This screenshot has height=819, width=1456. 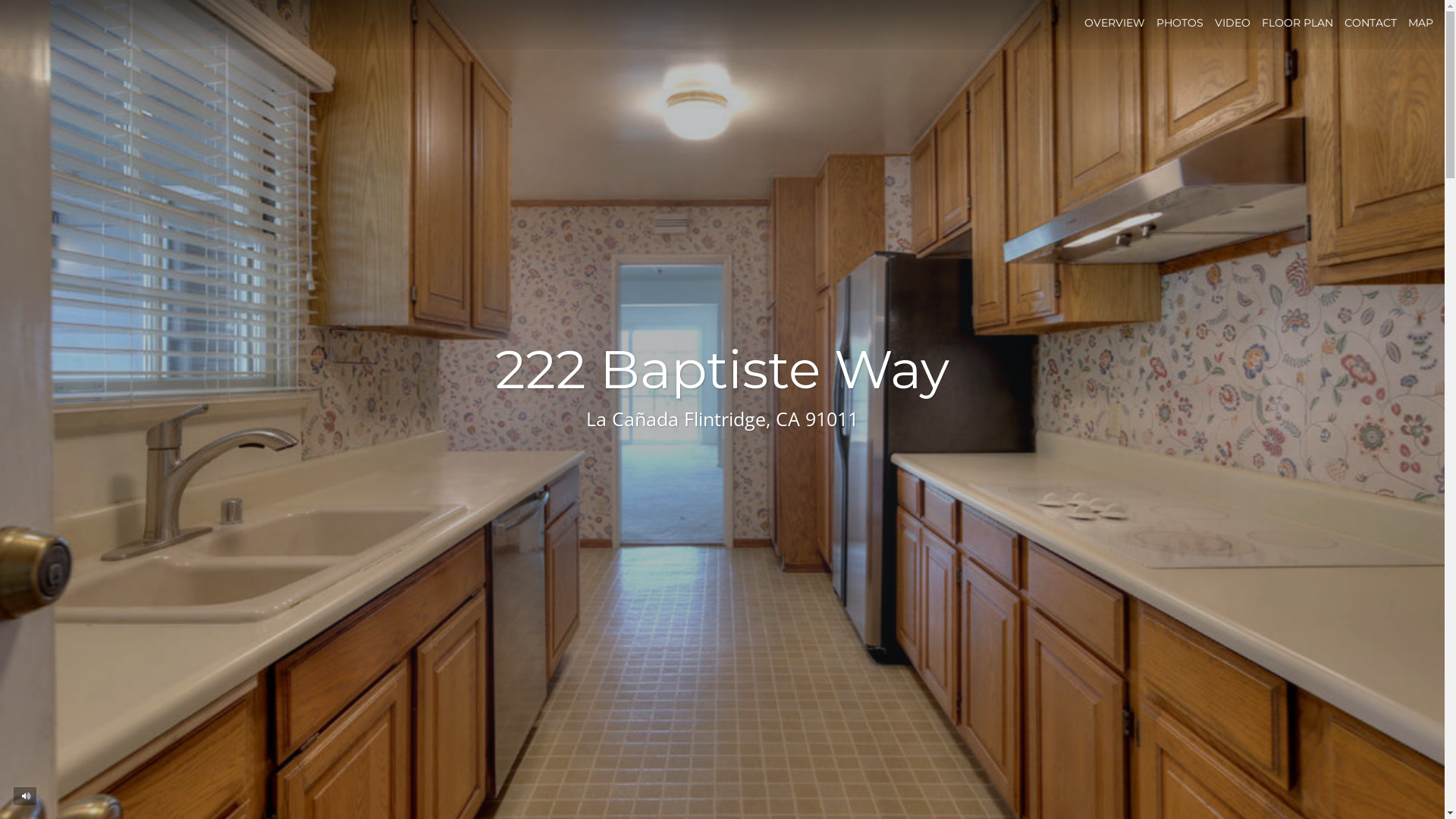 I want to click on 'FLOOR PLAN', so click(x=1262, y=23).